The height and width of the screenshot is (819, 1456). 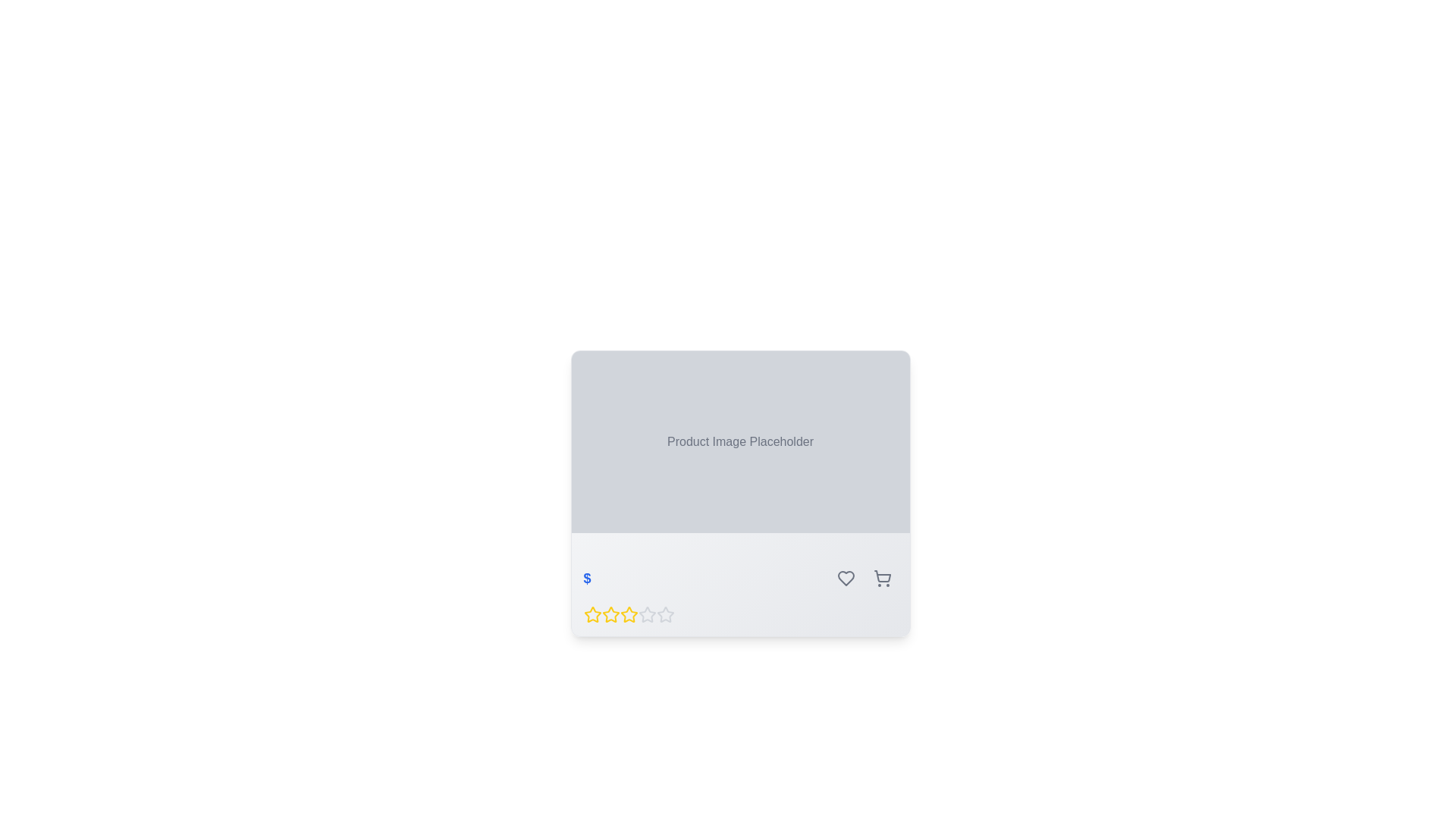 What do you see at coordinates (665, 614) in the screenshot?
I see `the fifth star icon in the star rating component` at bounding box center [665, 614].